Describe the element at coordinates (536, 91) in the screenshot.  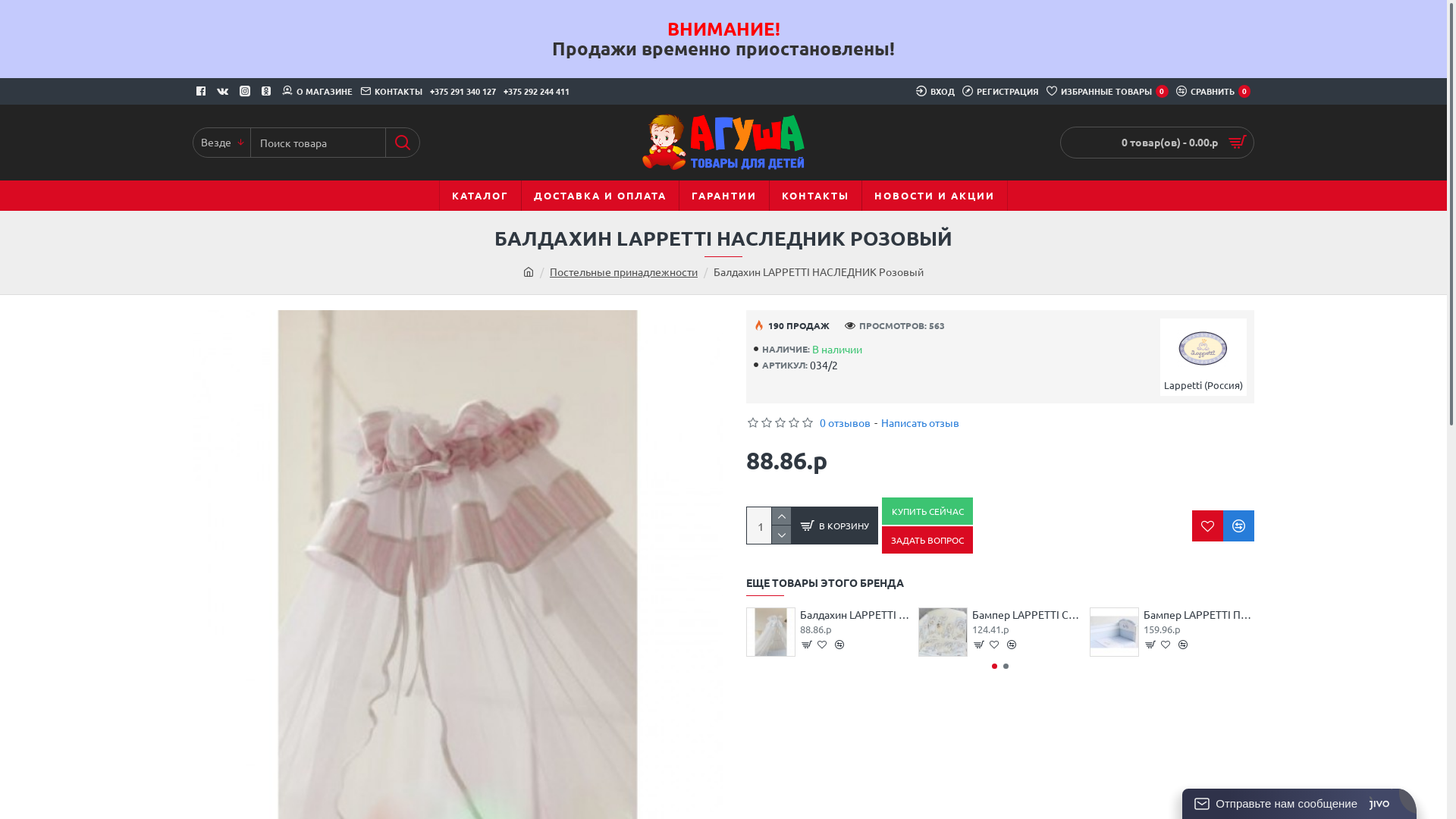
I see `'+375 292 244 411'` at that location.